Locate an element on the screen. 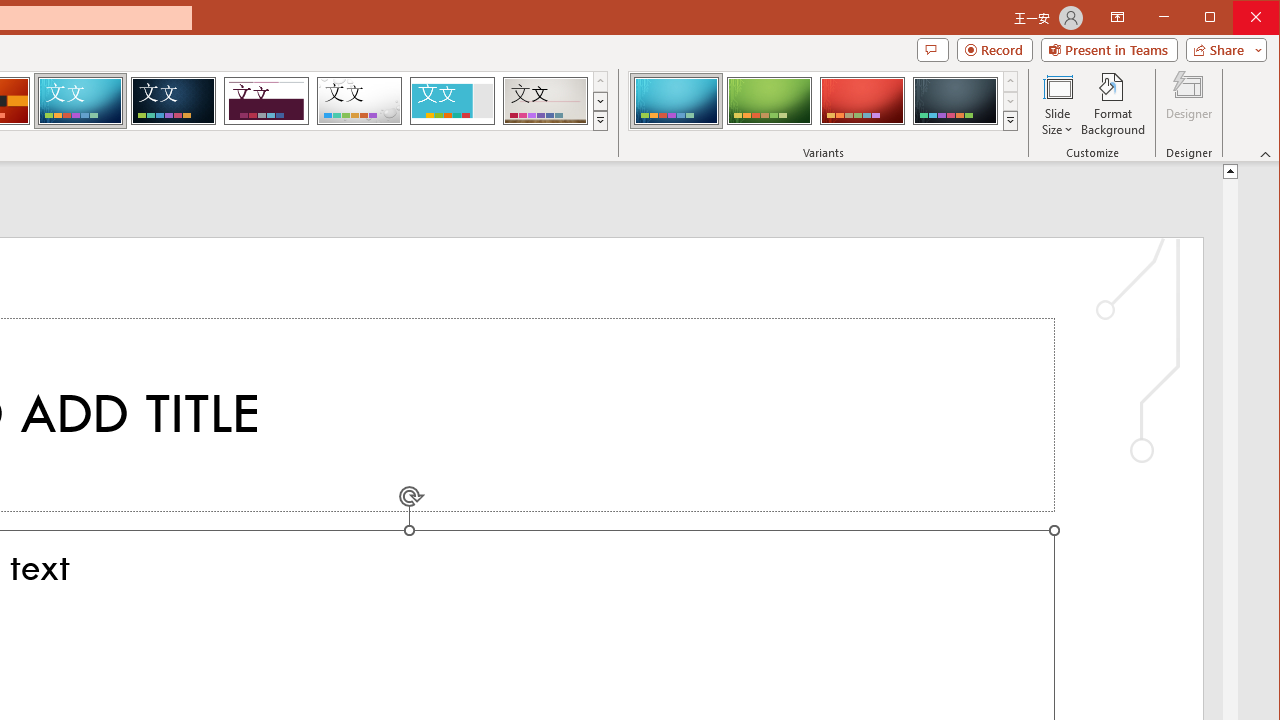  'AutomationID: ThemeVariantsGallery' is located at coordinates (824, 101).